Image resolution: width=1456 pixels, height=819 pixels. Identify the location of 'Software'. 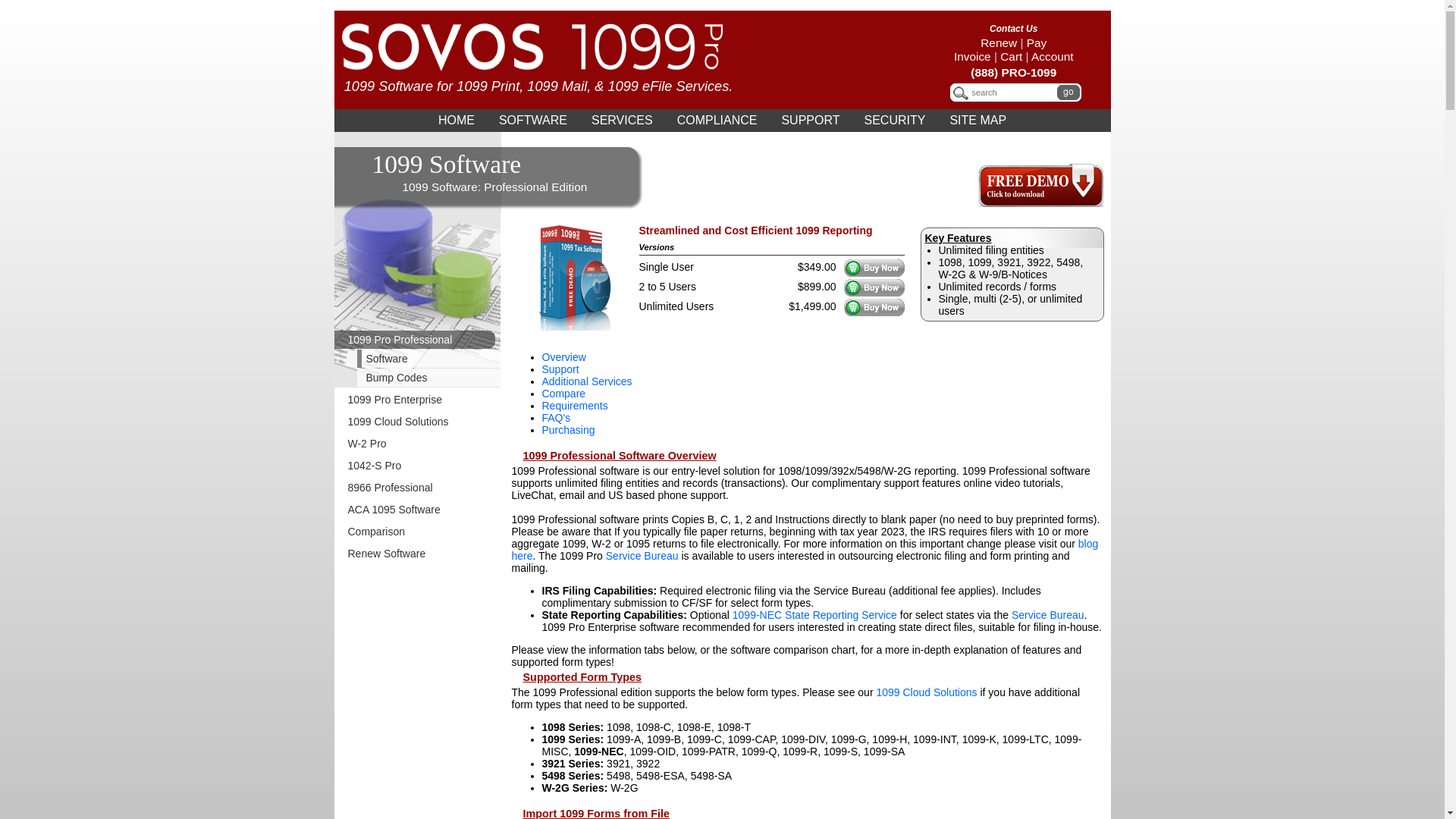
(333, 359).